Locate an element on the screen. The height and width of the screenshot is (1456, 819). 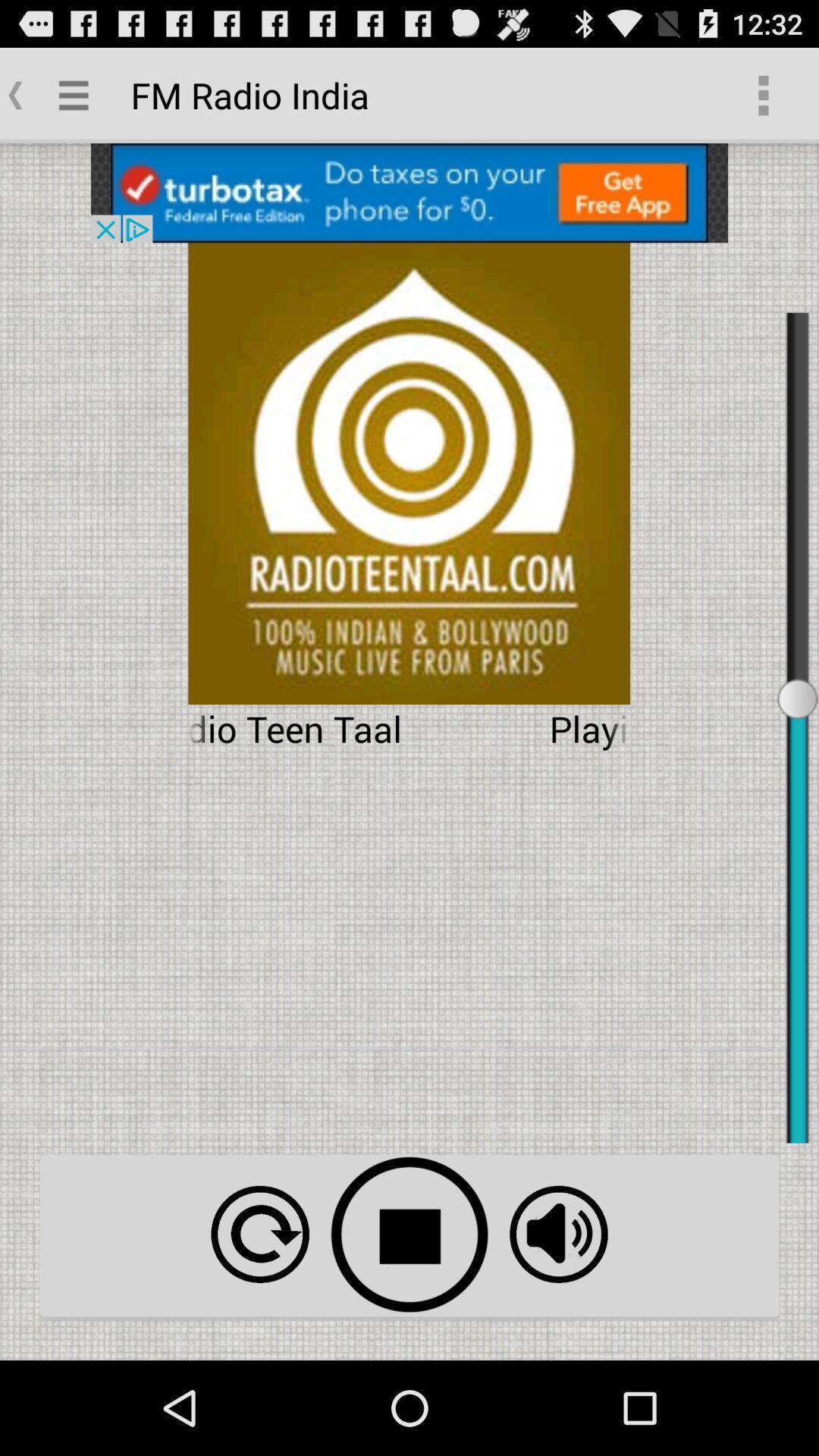
rotate the page is located at coordinates (259, 1234).